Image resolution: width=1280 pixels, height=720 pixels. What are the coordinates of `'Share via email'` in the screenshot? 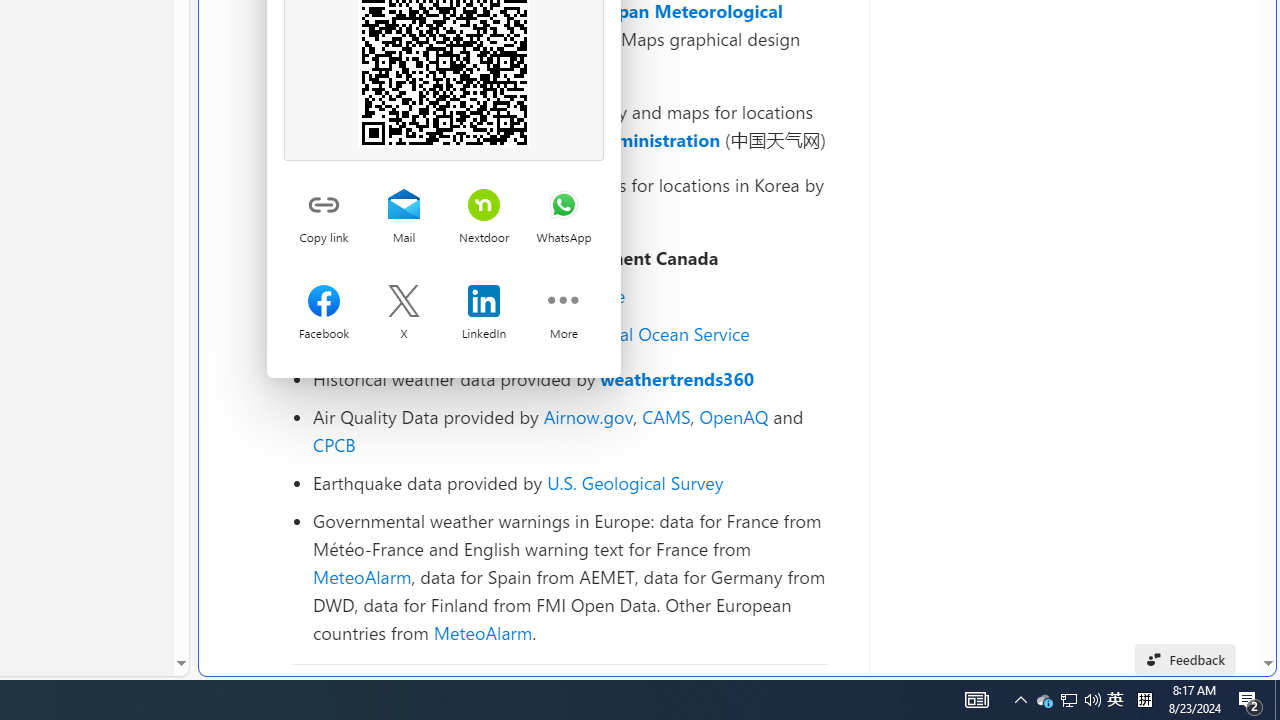 It's located at (402, 206).